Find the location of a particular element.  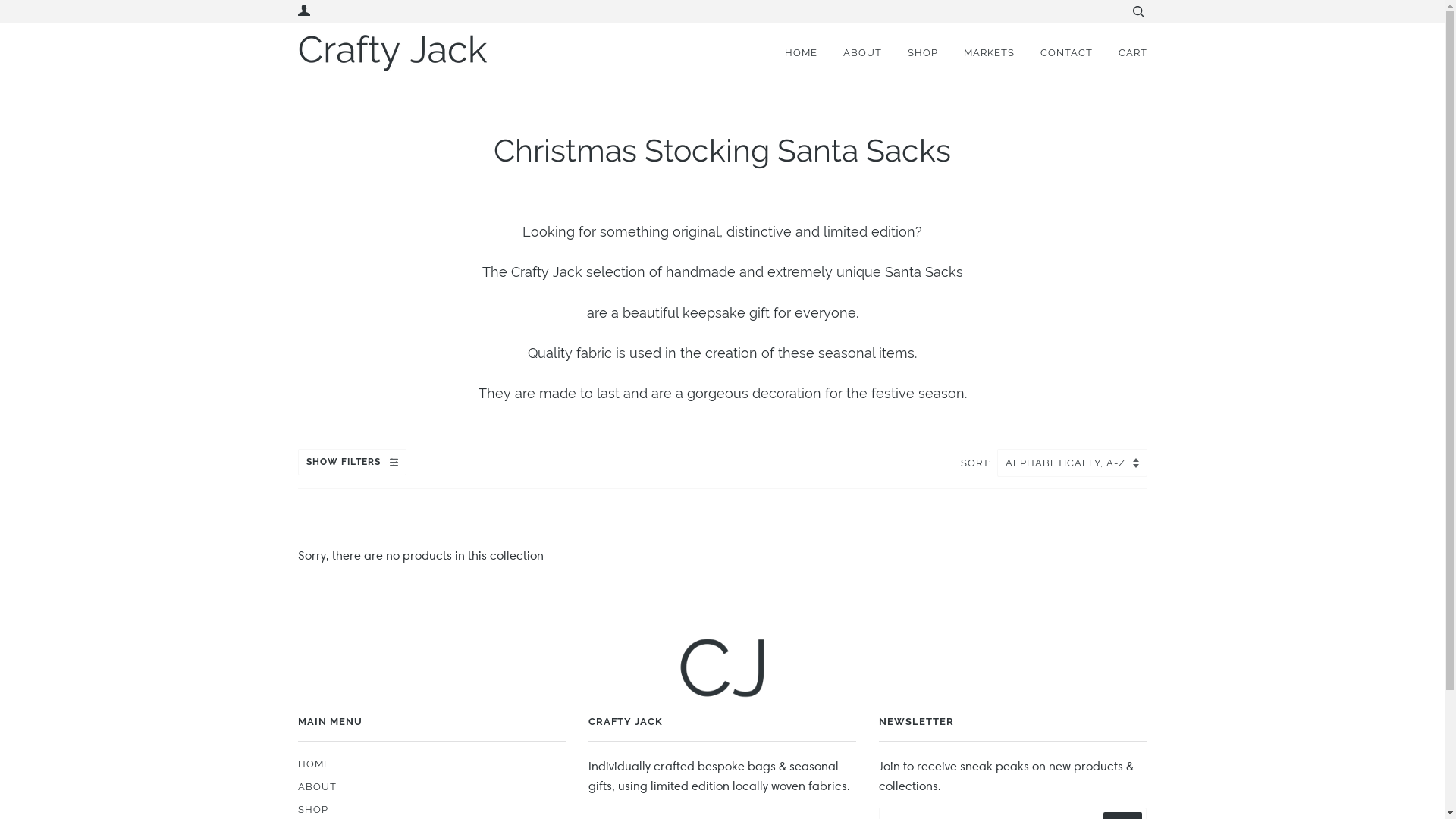

'ABOUT' is located at coordinates (819, 52).